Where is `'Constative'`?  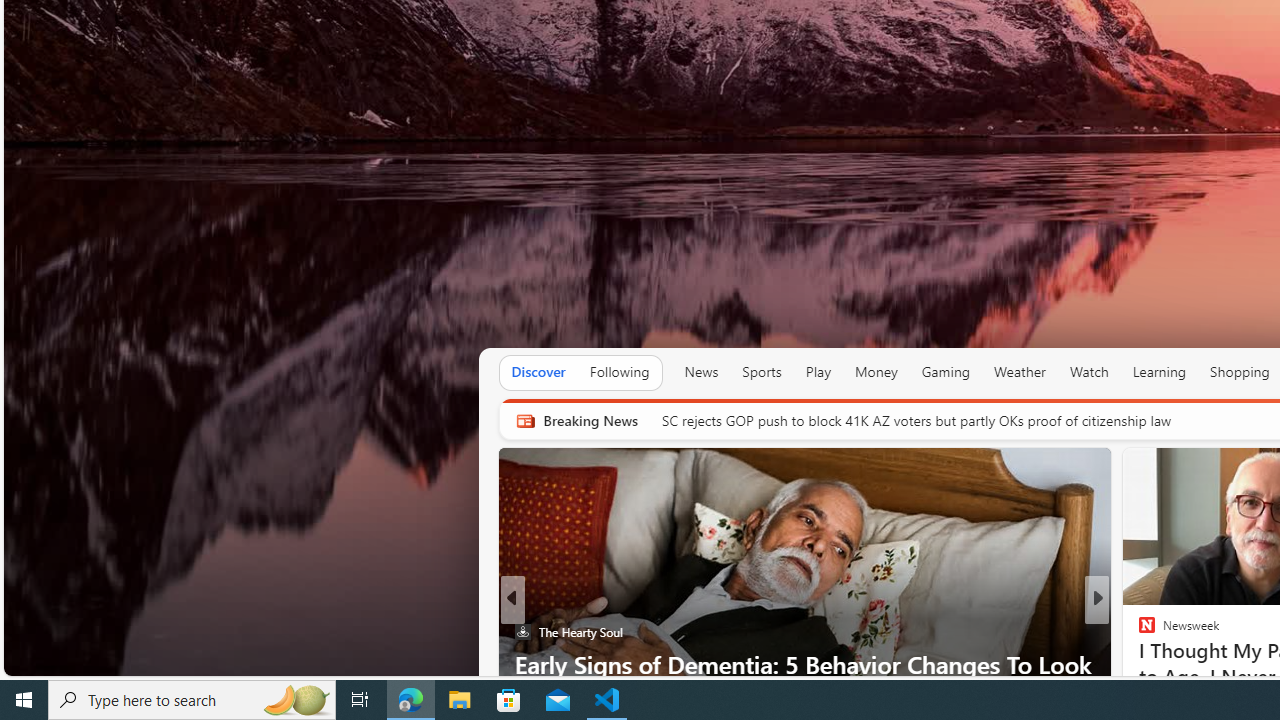
'Constative' is located at coordinates (1138, 632).